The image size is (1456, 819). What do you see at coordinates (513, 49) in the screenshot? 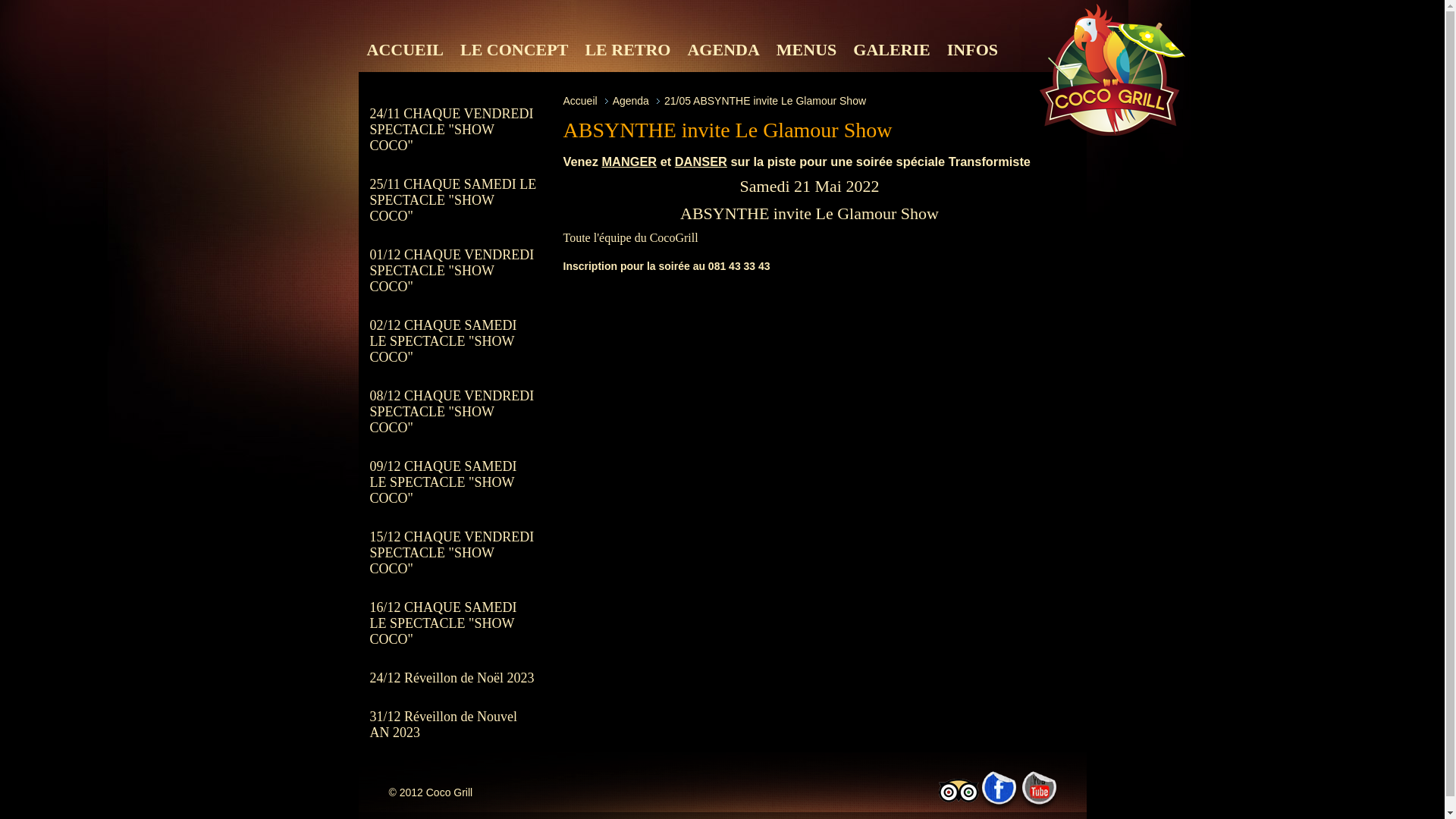
I see `'LE CONCEPT'` at bounding box center [513, 49].